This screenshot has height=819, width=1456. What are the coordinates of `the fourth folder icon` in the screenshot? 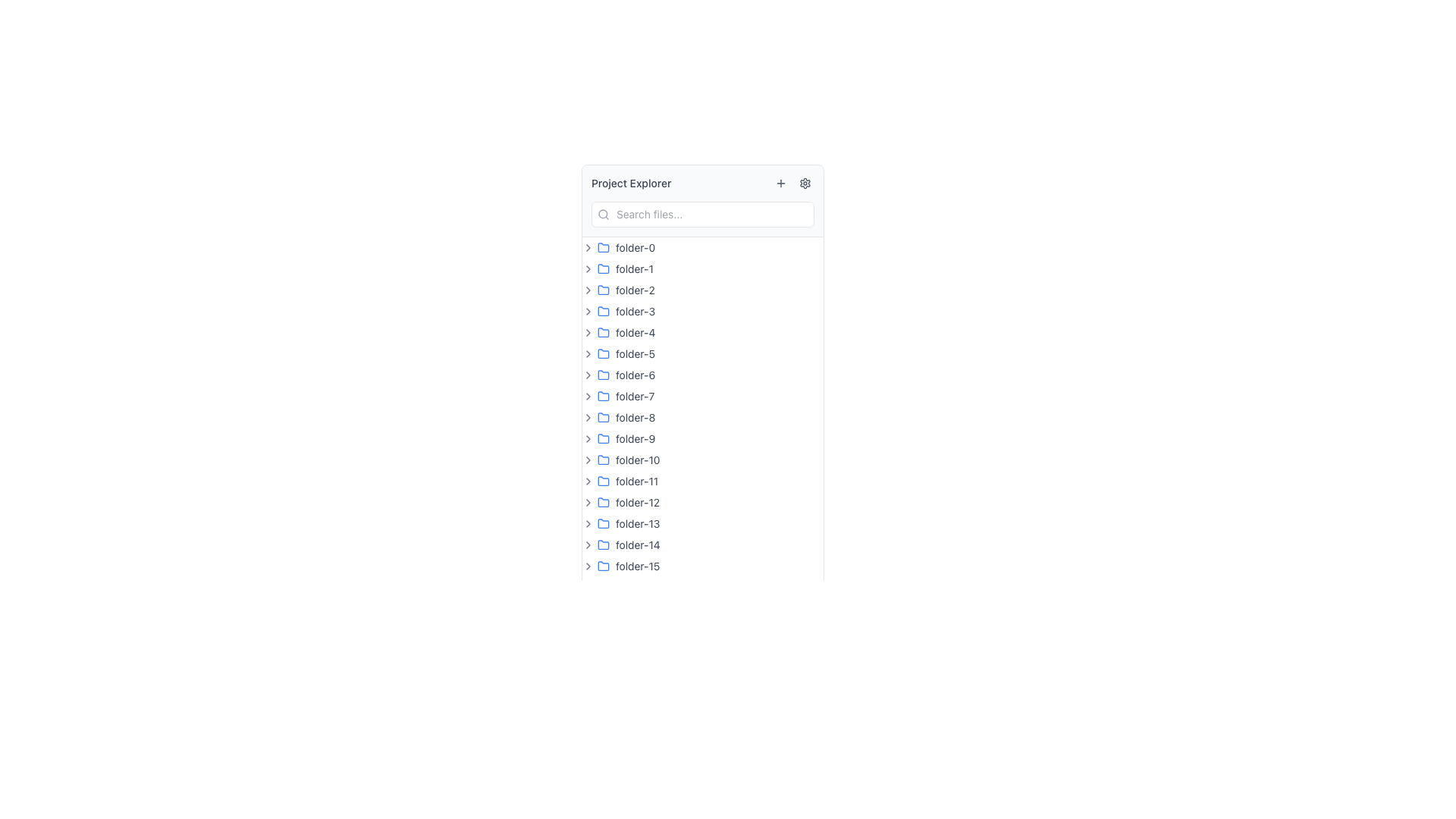 It's located at (603, 309).